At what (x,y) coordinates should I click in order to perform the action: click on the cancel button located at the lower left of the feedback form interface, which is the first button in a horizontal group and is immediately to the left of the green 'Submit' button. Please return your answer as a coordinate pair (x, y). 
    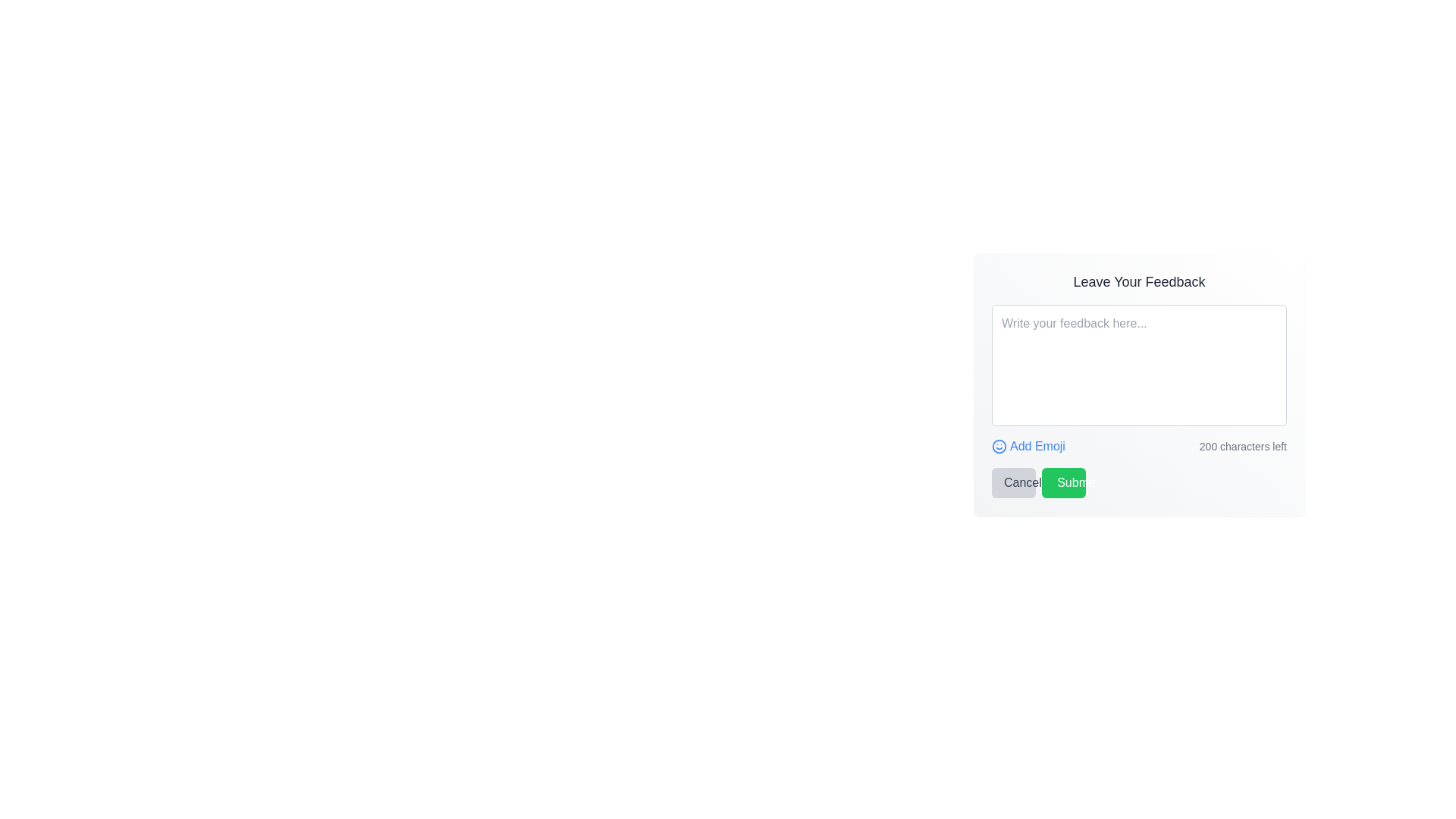
    Looking at the image, I should click on (1014, 482).